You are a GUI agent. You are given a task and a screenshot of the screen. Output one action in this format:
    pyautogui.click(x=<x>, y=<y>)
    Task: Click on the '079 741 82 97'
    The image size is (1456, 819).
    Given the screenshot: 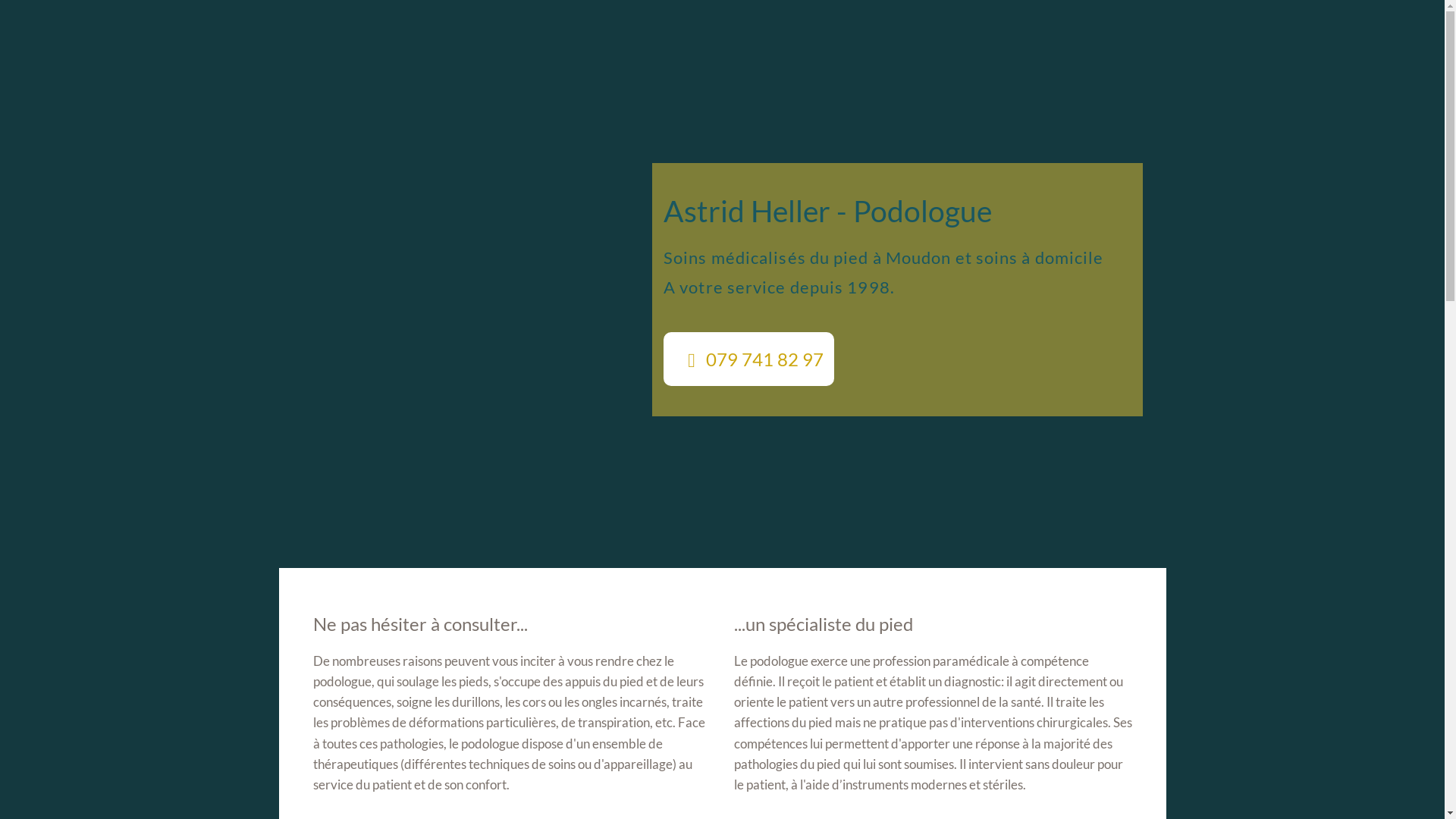 What is the action you would take?
    pyautogui.click(x=748, y=359)
    